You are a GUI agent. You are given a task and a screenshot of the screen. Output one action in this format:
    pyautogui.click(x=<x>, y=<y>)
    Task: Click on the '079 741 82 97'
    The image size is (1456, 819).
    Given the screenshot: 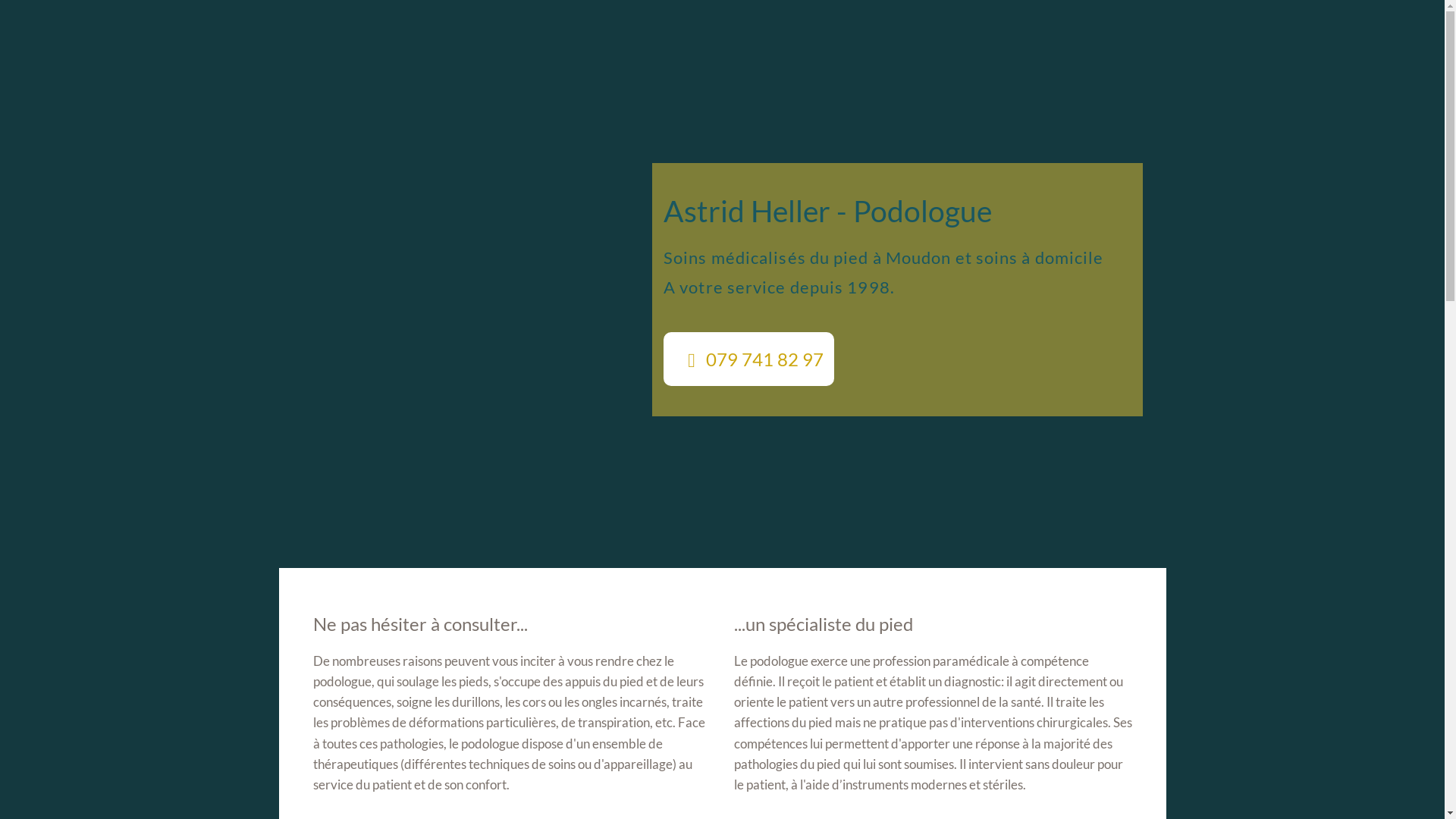 What is the action you would take?
    pyautogui.click(x=748, y=359)
    